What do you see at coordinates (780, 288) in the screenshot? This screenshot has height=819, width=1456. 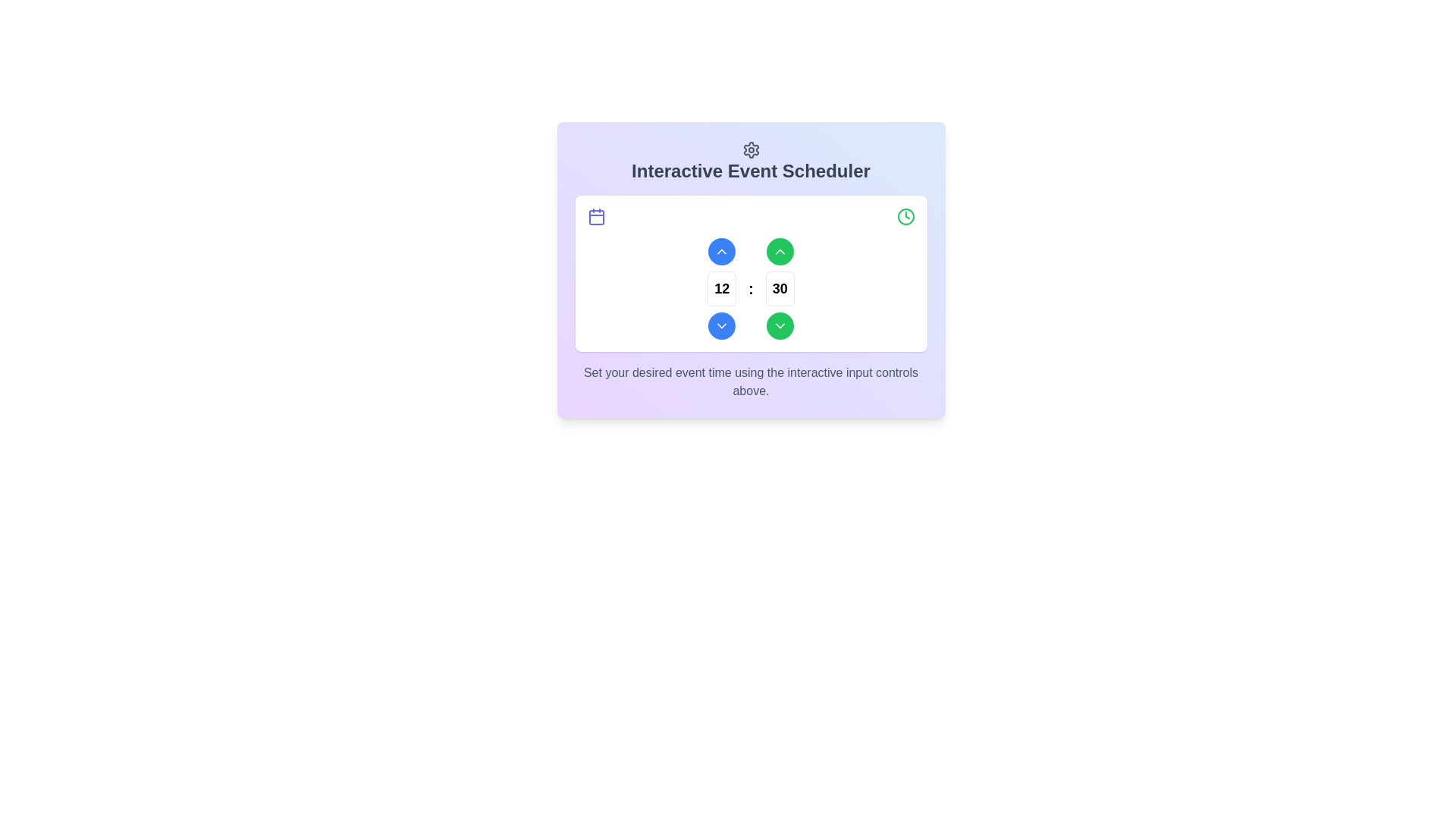 I see `the text display element that shows the current selected value for the minutes component of a time input mechanism, located centrally between the up and down arrow buttons` at bounding box center [780, 288].